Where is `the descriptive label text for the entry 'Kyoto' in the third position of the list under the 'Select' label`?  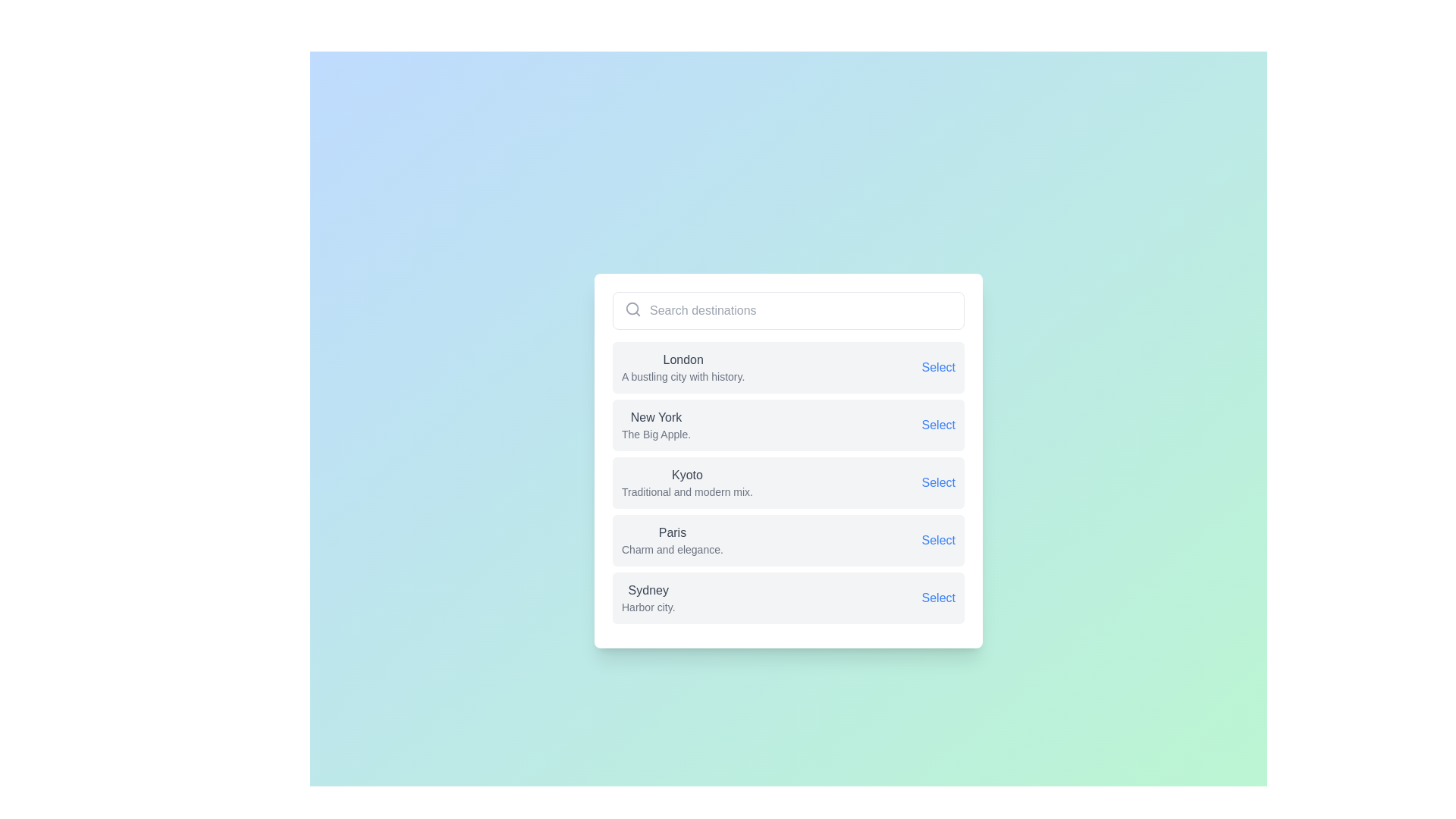
the descriptive label text for the entry 'Kyoto' in the third position of the list under the 'Select' label is located at coordinates (686, 482).